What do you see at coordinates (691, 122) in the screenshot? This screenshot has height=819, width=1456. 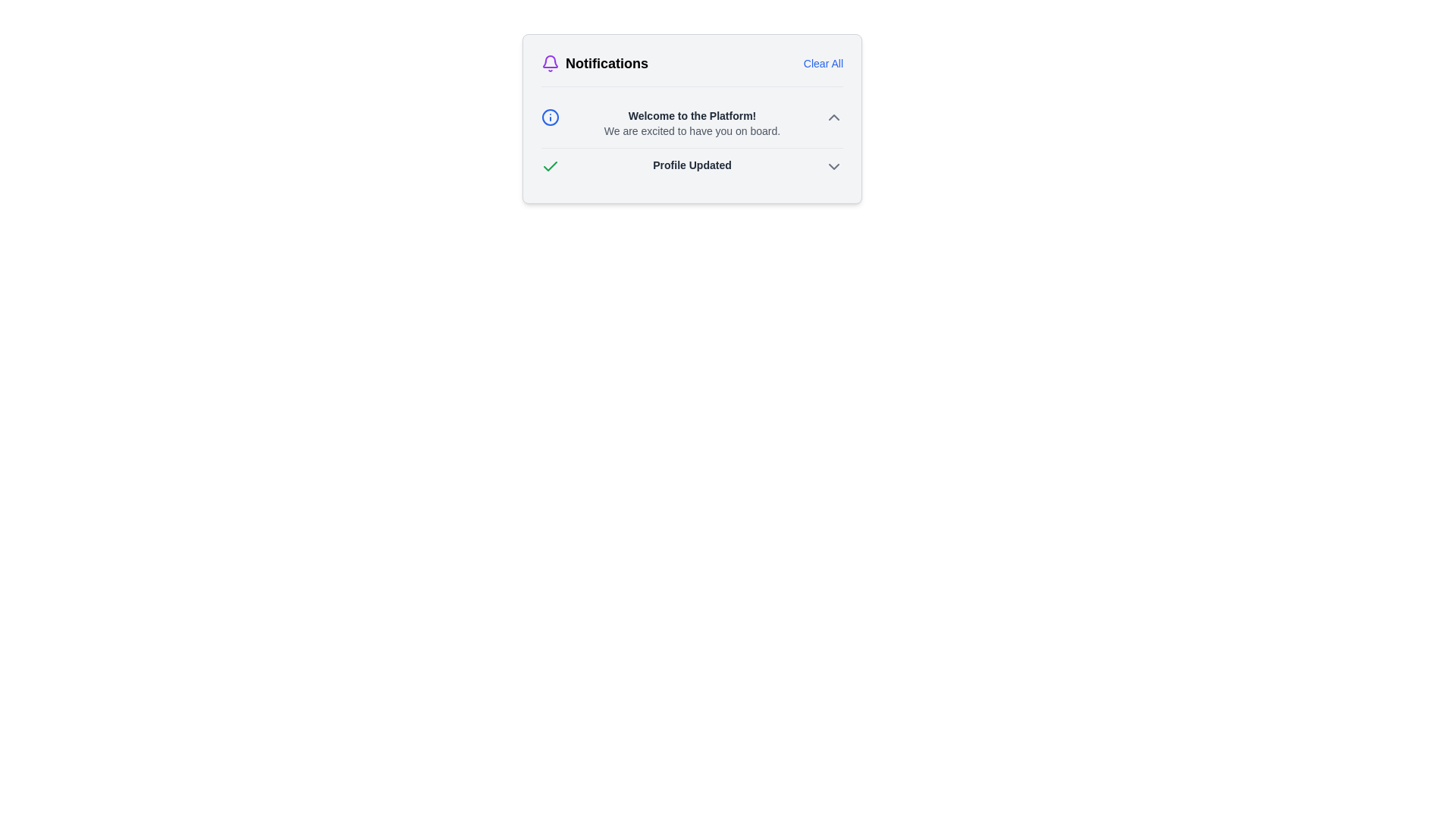 I see `the static text block that says 'Welcome to the Platform!' and 'We are excited to have you on board.'` at bounding box center [691, 122].